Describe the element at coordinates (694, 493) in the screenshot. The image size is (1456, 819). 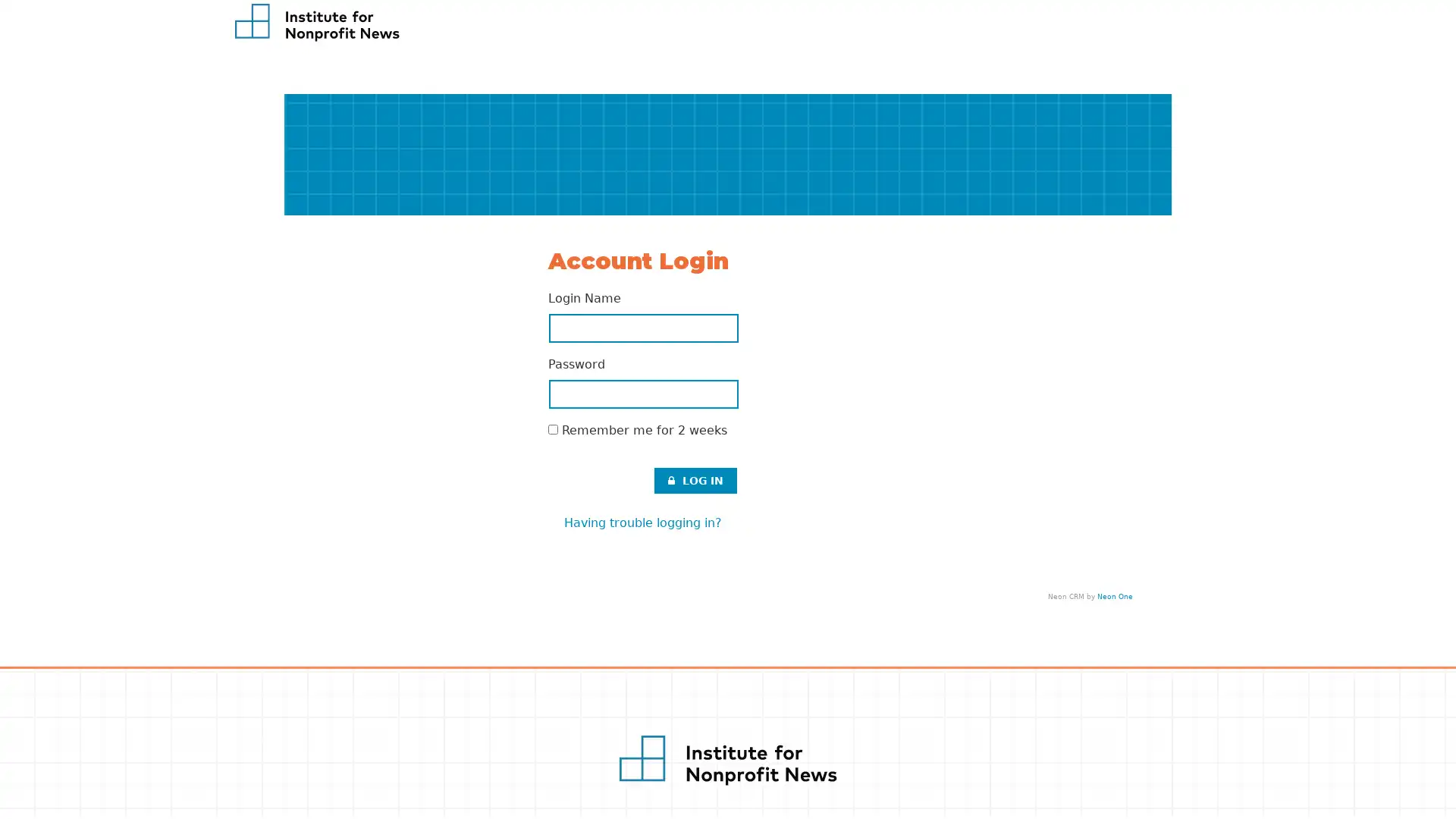
I see `LOG IN .` at that location.